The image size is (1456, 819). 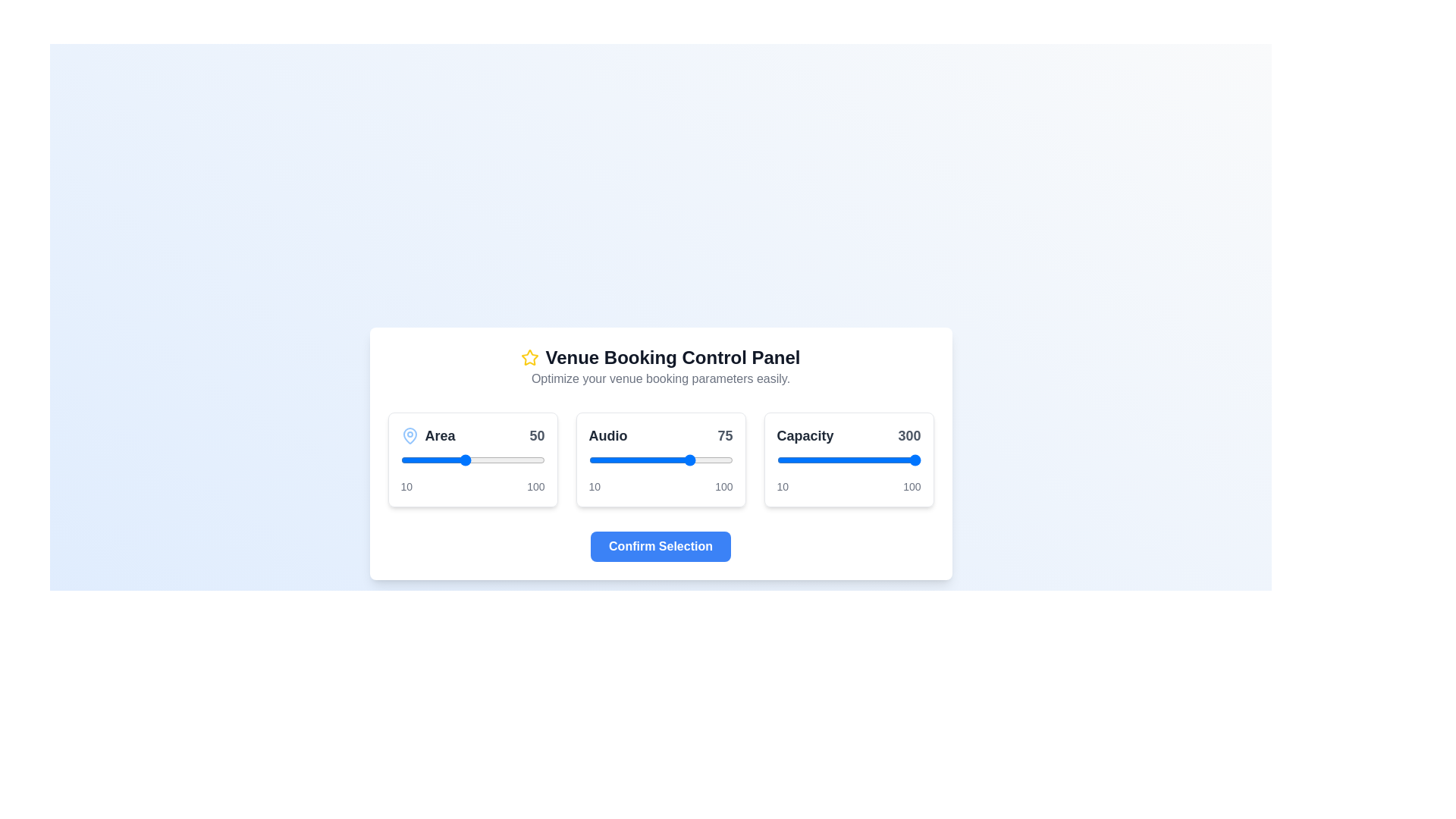 What do you see at coordinates (645, 459) in the screenshot?
I see `the audio level` at bounding box center [645, 459].